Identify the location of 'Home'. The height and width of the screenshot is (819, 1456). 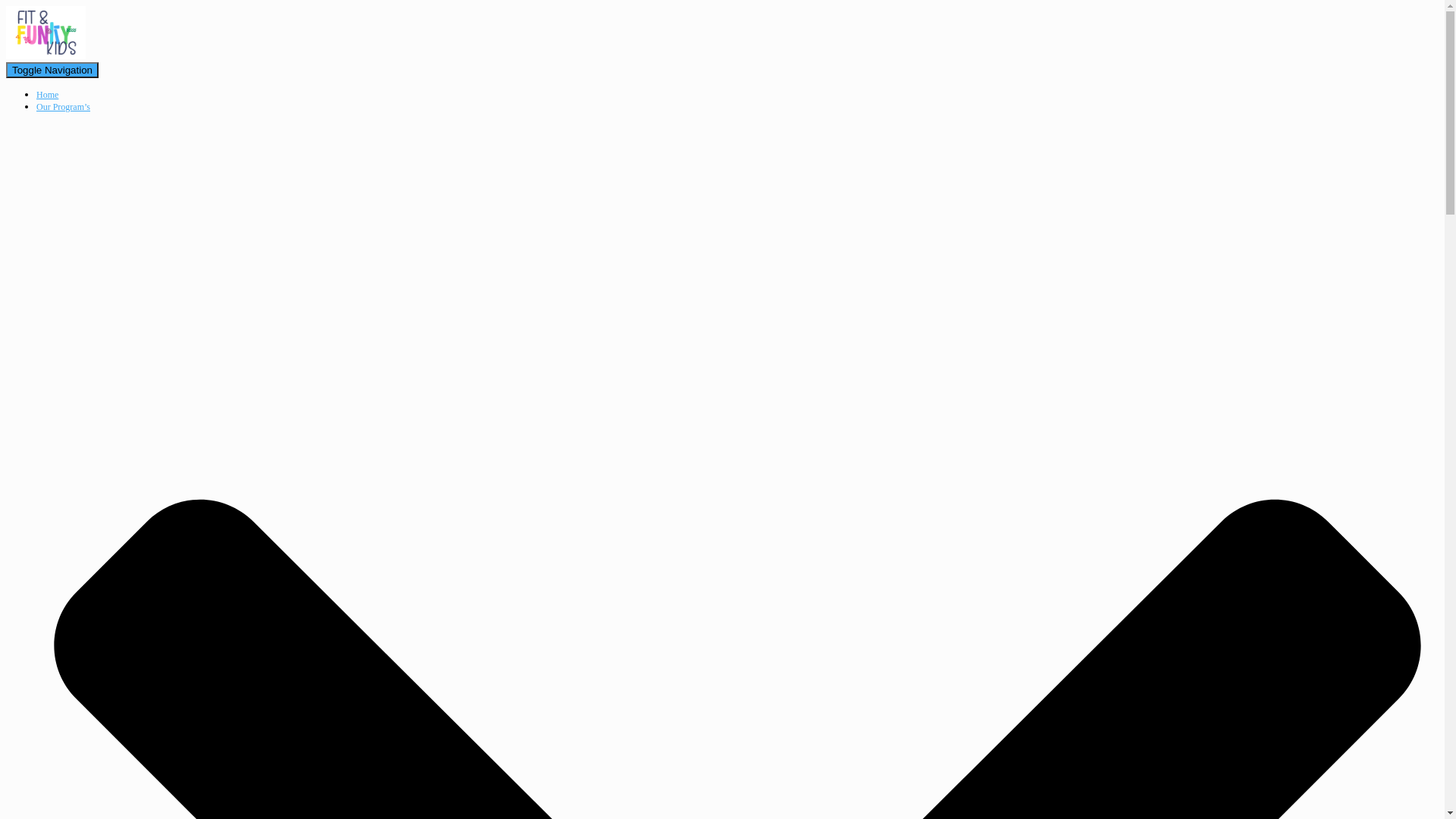
(47, 94).